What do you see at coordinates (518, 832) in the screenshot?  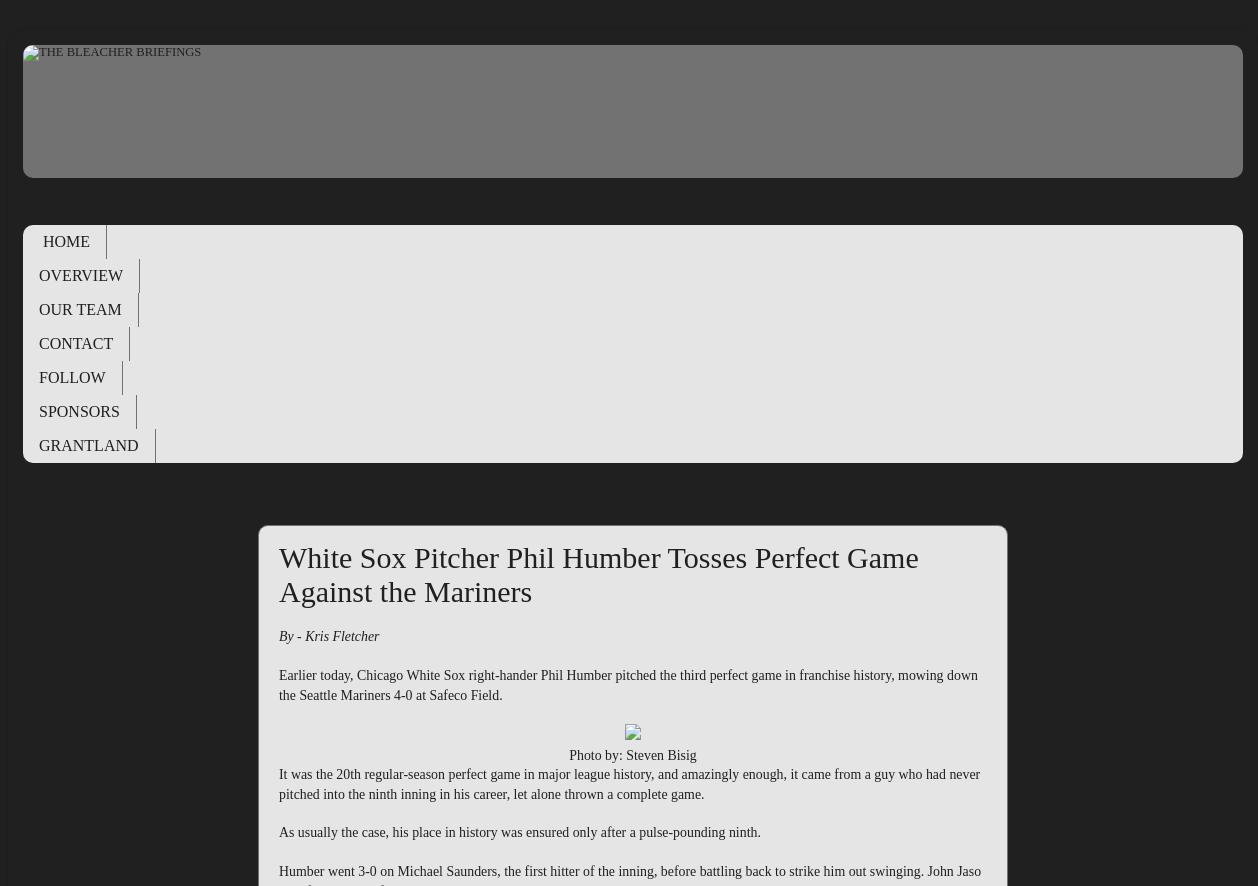 I see `'As usually the case, his place in history was ensured only after a pulse-pounding ninth.'` at bounding box center [518, 832].